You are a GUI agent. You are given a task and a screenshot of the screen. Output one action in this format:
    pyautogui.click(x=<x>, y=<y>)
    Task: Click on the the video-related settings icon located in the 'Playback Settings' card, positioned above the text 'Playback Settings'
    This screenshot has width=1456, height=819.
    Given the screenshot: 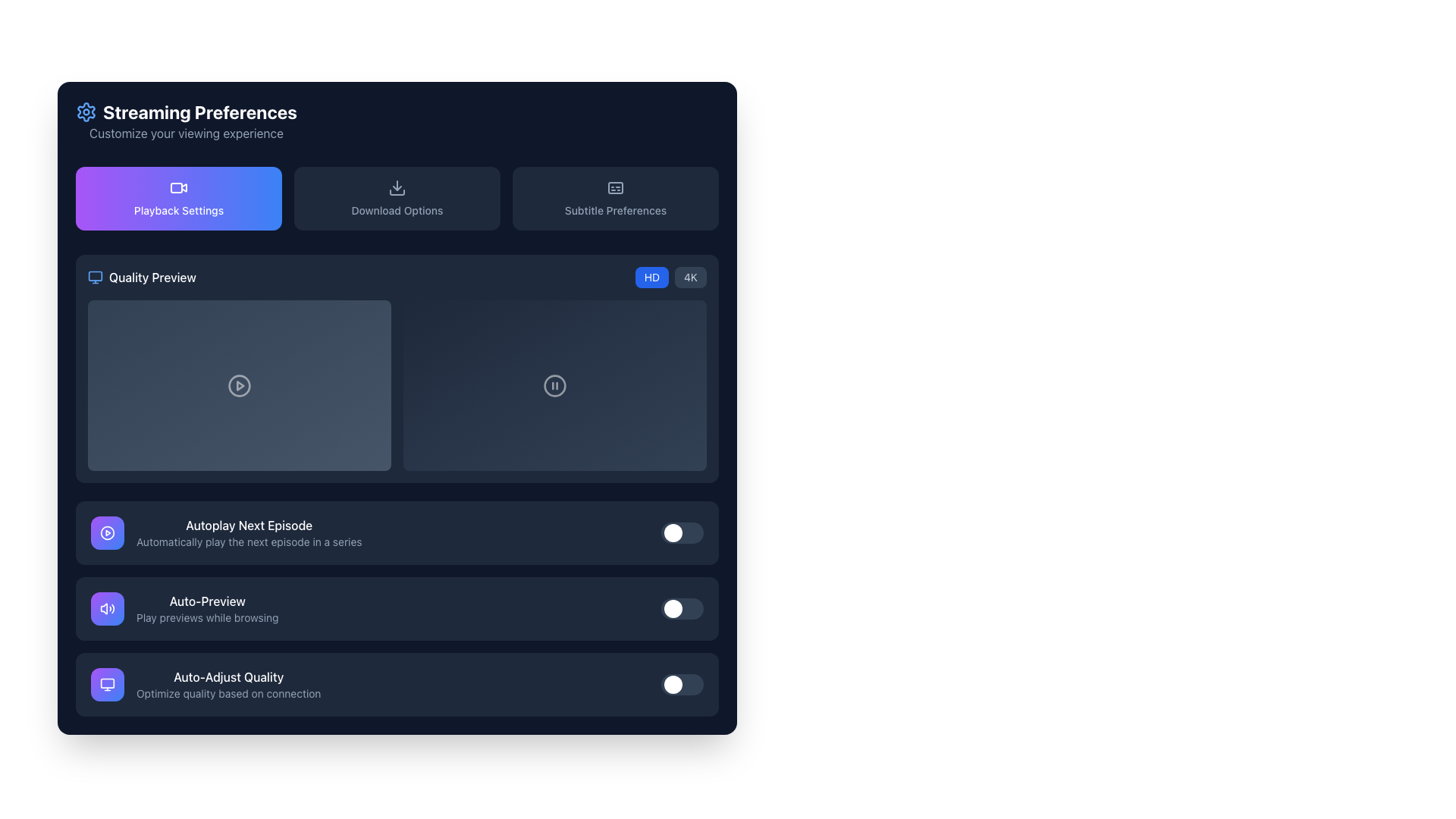 What is the action you would take?
    pyautogui.click(x=178, y=187)
    